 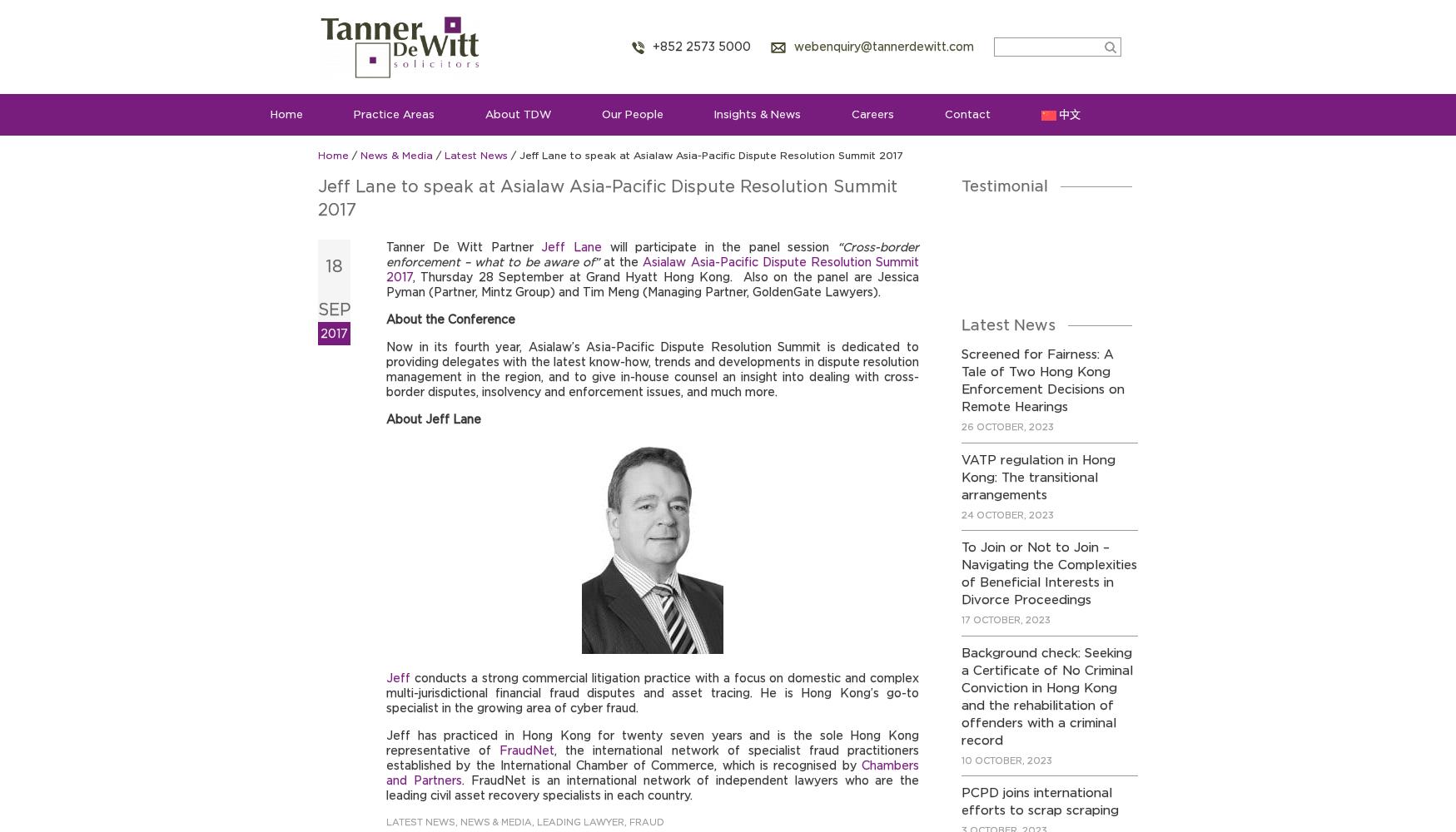 I want to click on 'Chambers and Partners', so click(x=653, y=773).